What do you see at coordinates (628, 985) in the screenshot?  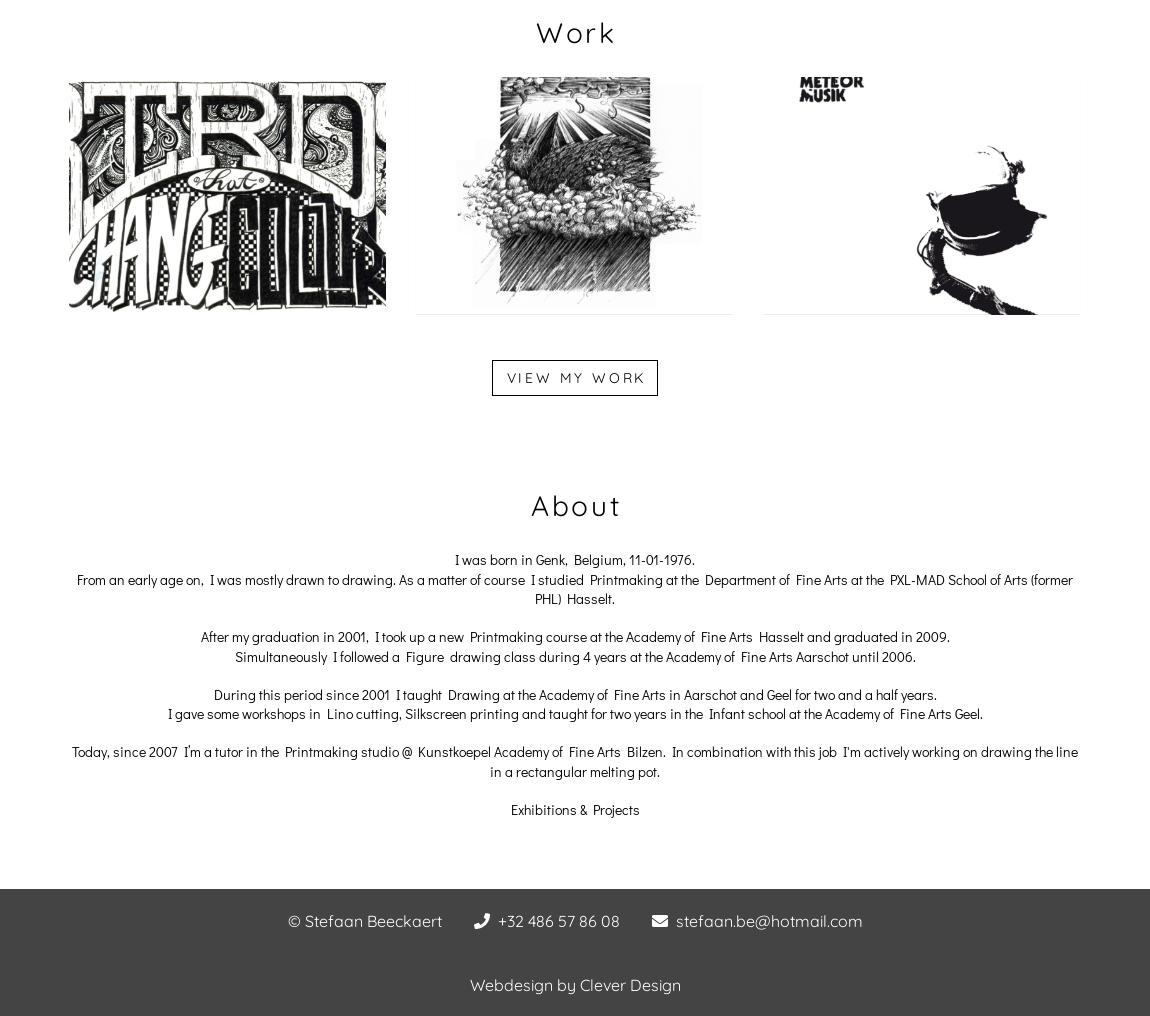 I see `'Clever Design'` at bounding box center [628, 985].